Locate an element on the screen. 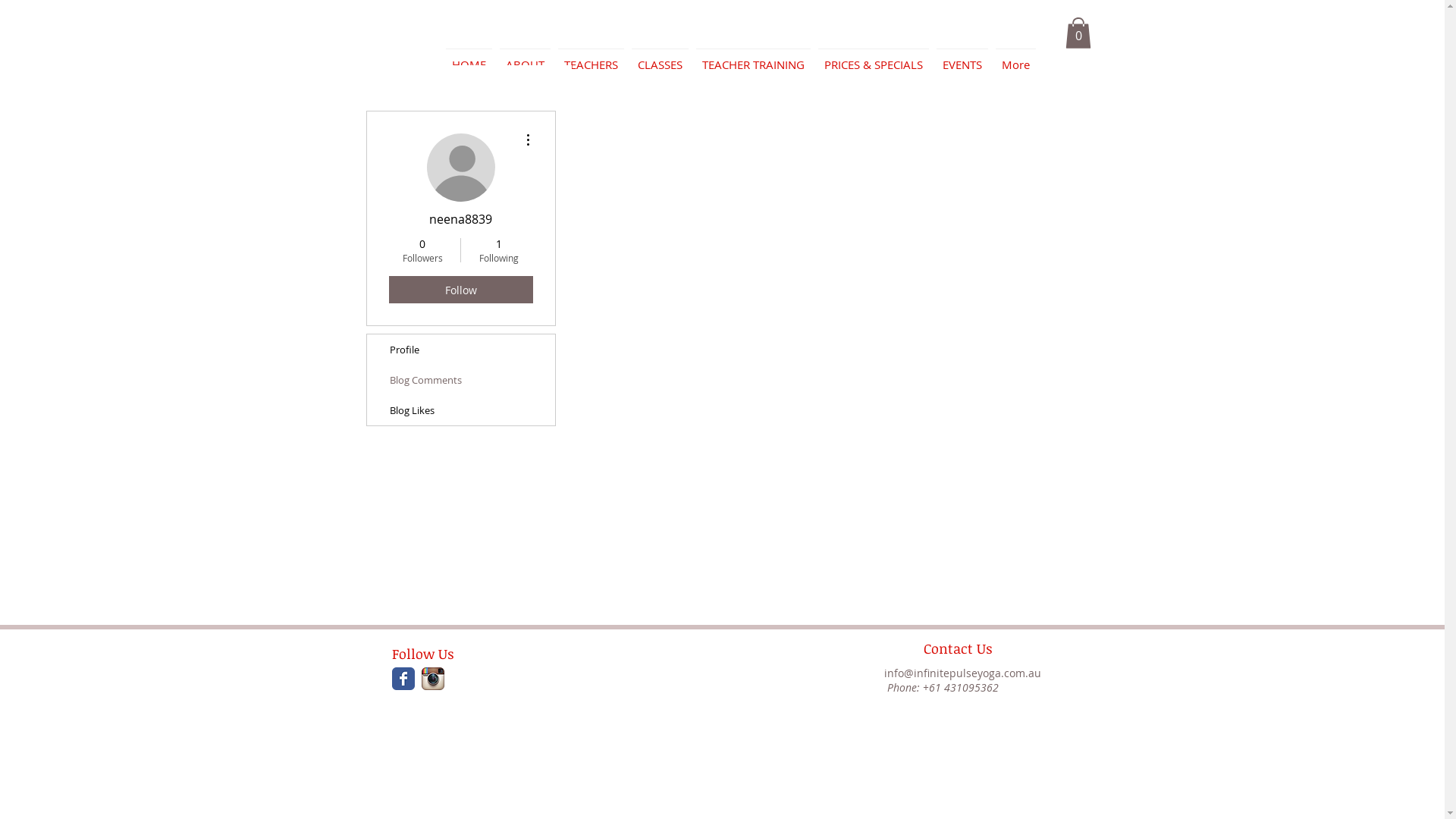 The image size is (1456, 819). 'CLASSES' is located at coordinates (660, 57).